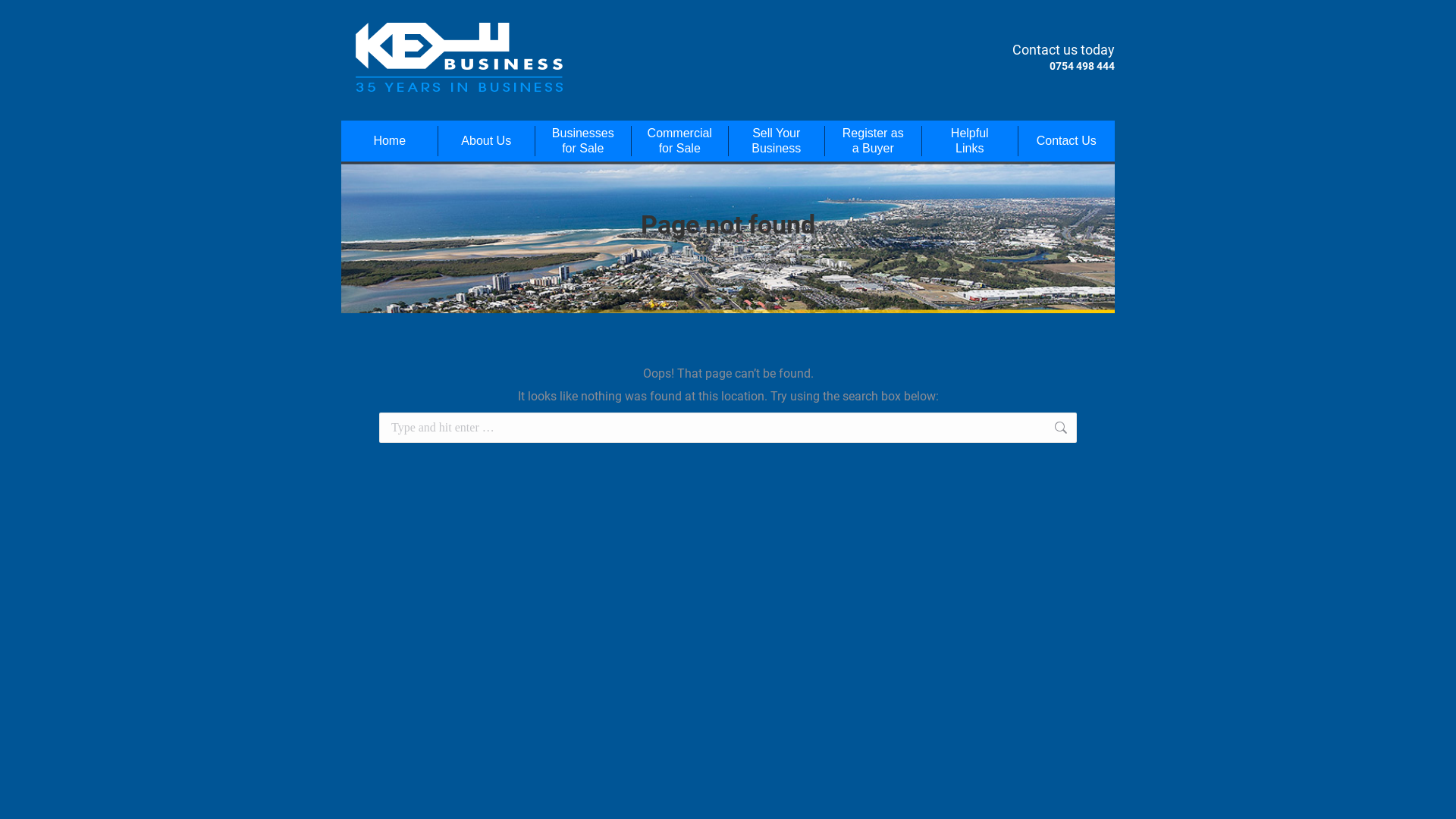 The width and height of the screenshot is (1456, 819). I want to click on 'Sell Your Business', so click(776, 140).